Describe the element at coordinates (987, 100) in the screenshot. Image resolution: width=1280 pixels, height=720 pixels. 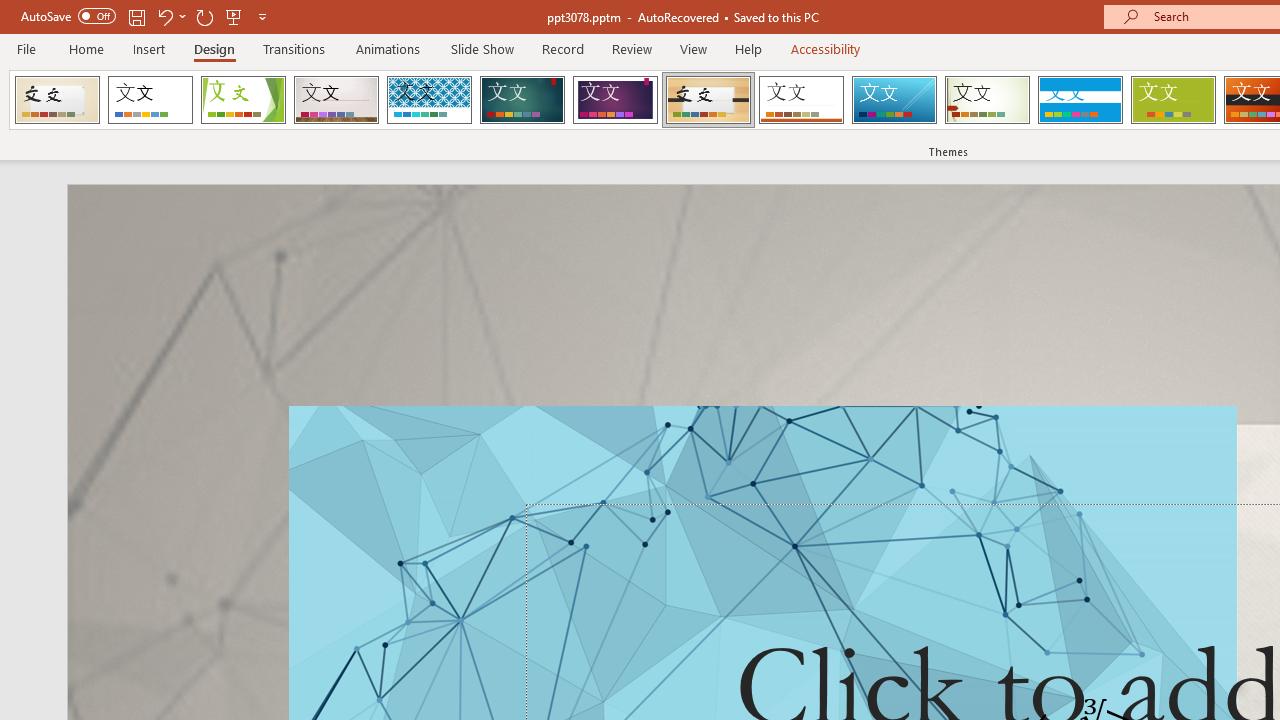
I see `'Wisp'` at that location.